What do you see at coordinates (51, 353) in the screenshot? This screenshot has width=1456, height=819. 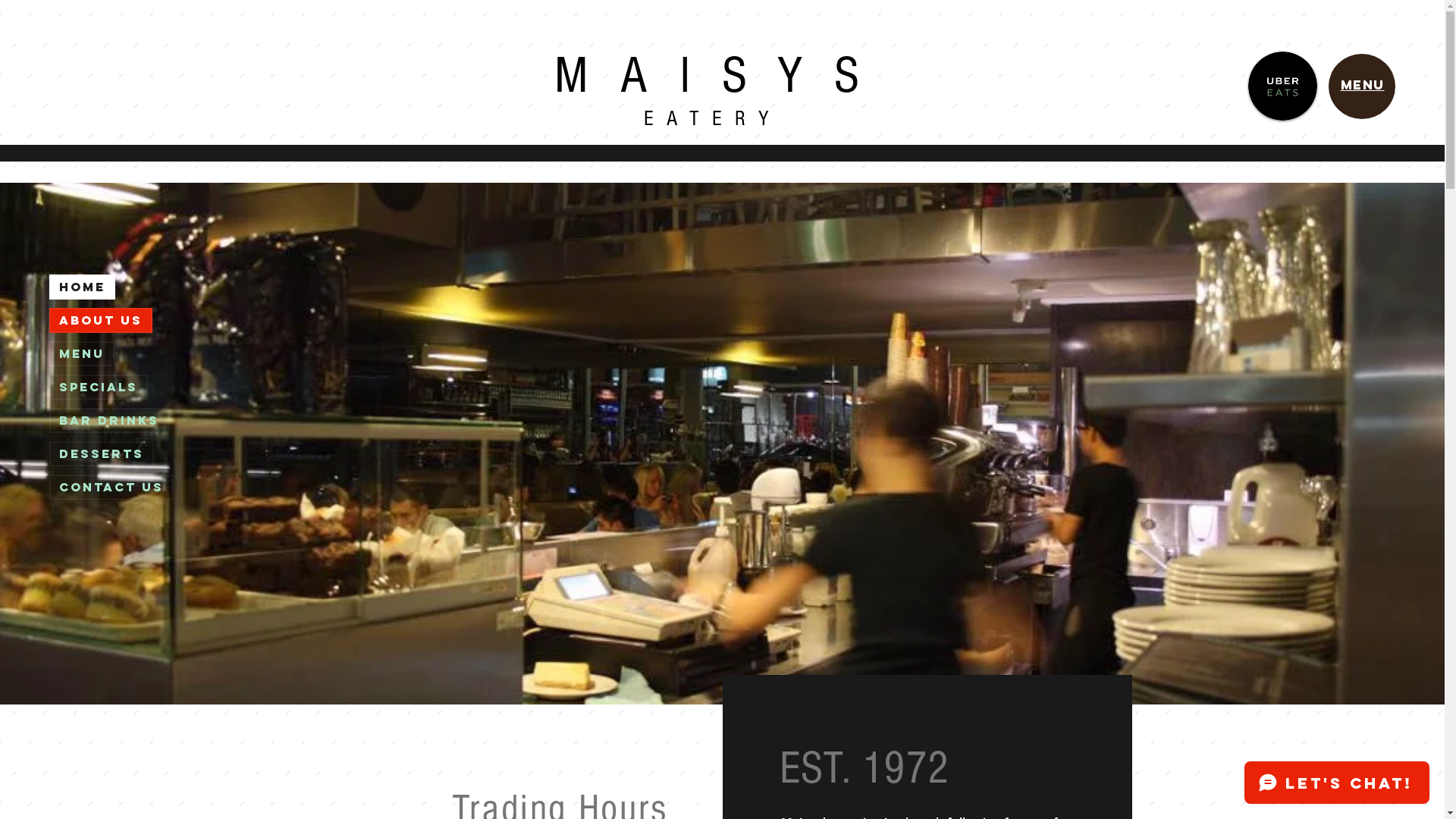 I see `'Menu'` at bounding box center [51, 353].